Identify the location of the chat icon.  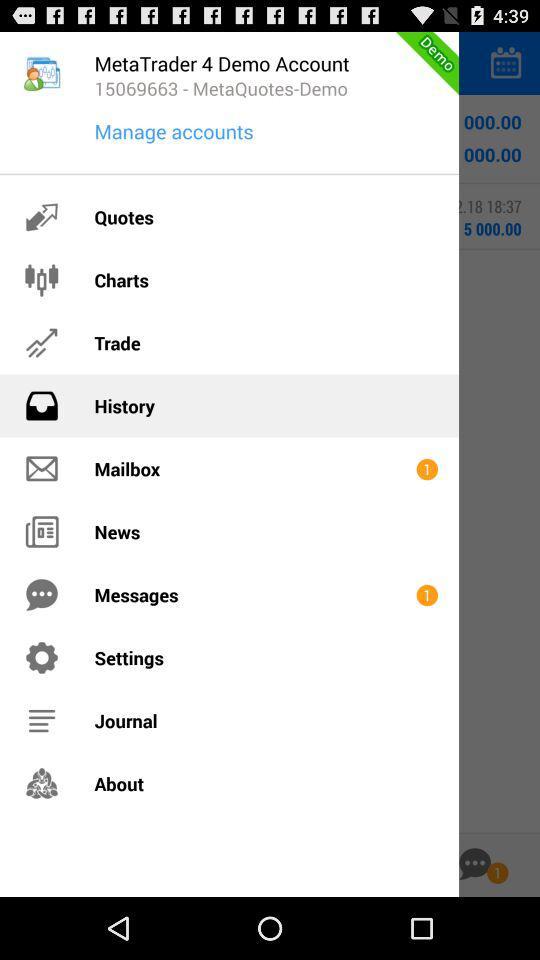
(474, 924).